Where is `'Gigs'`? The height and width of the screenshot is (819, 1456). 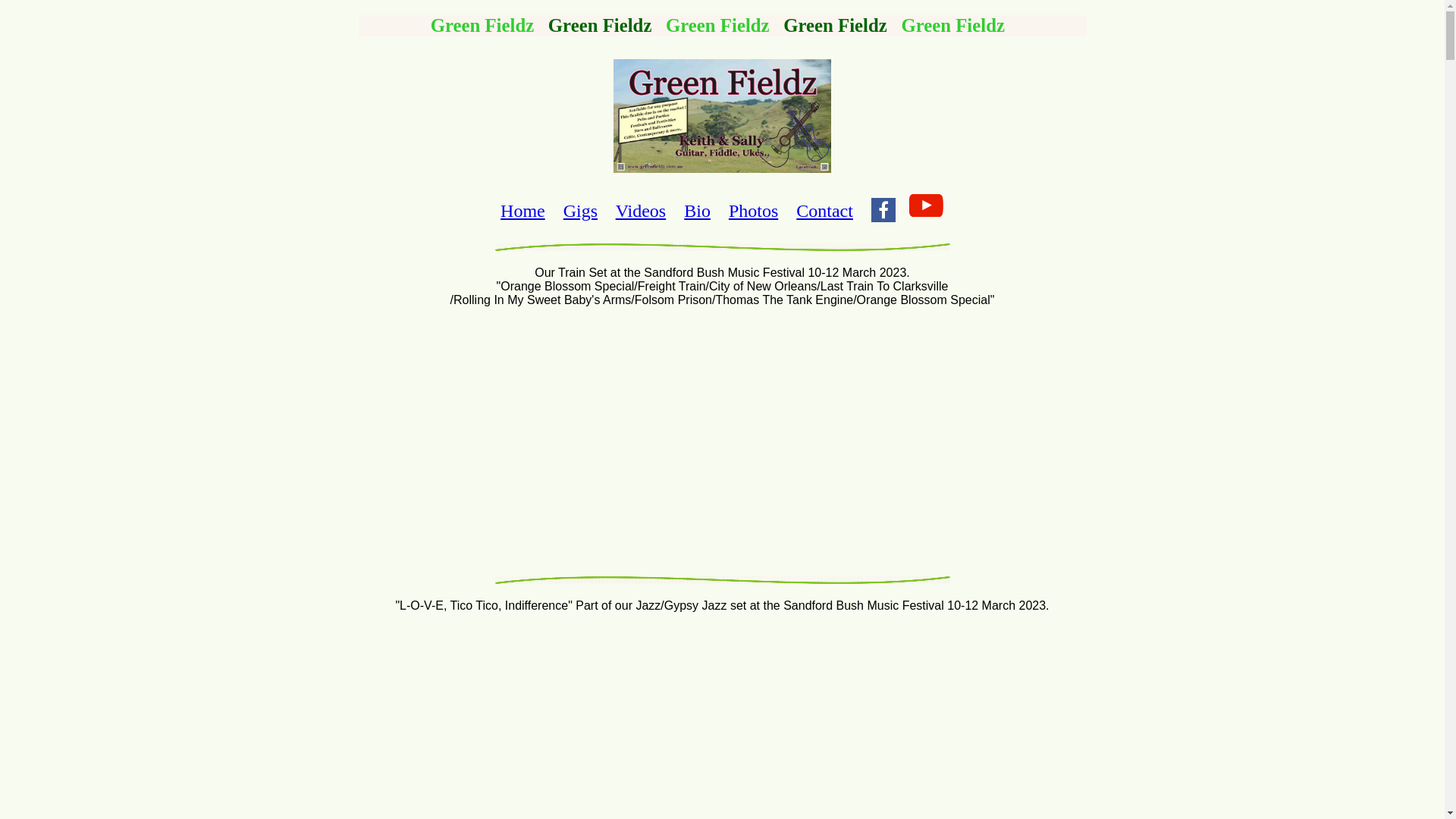 'Gigs' is located at coordinates (579, 210).